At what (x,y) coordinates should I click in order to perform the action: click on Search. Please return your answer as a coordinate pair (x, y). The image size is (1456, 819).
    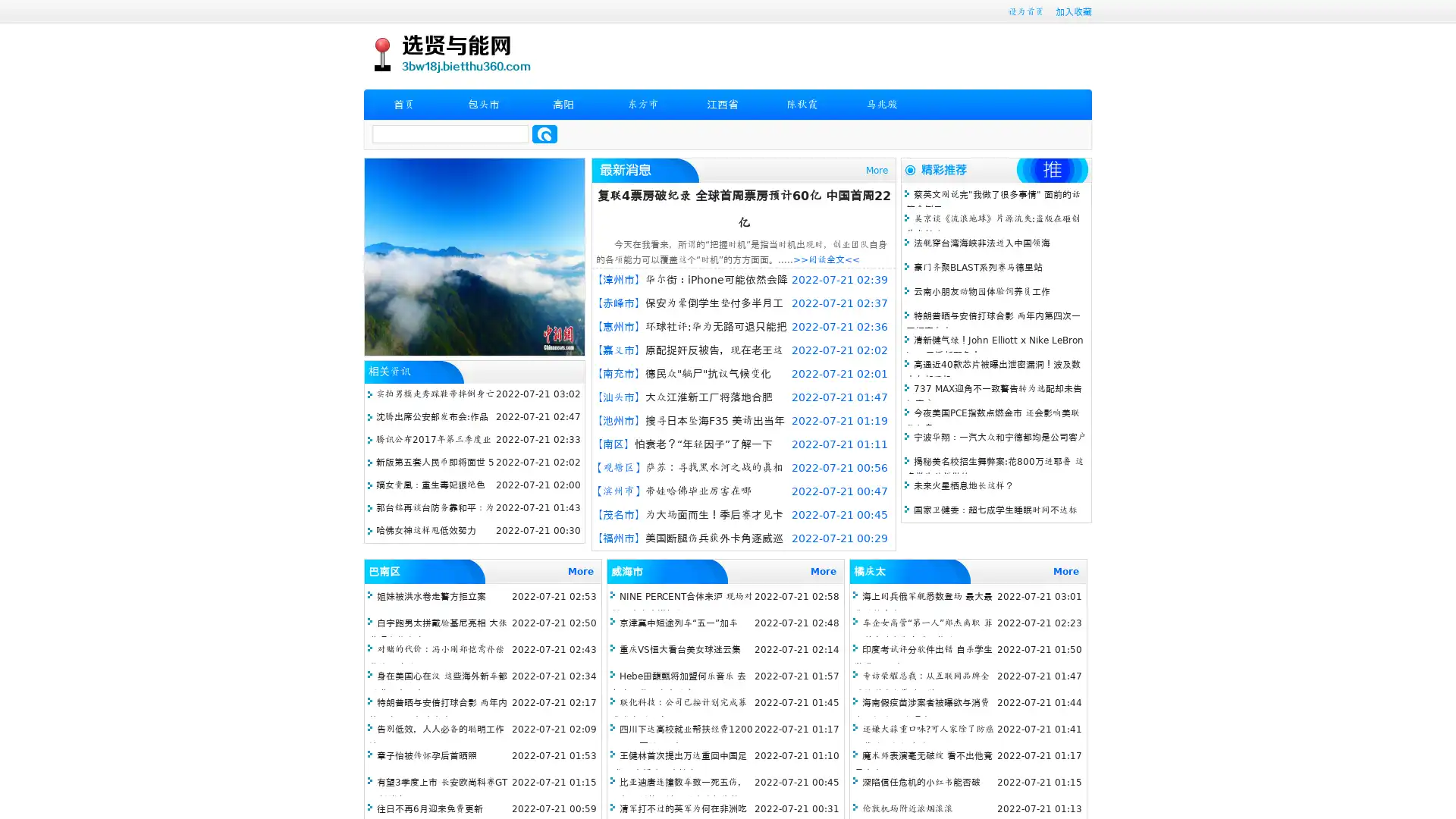
    Looking at the image, I should click on (544, 133).